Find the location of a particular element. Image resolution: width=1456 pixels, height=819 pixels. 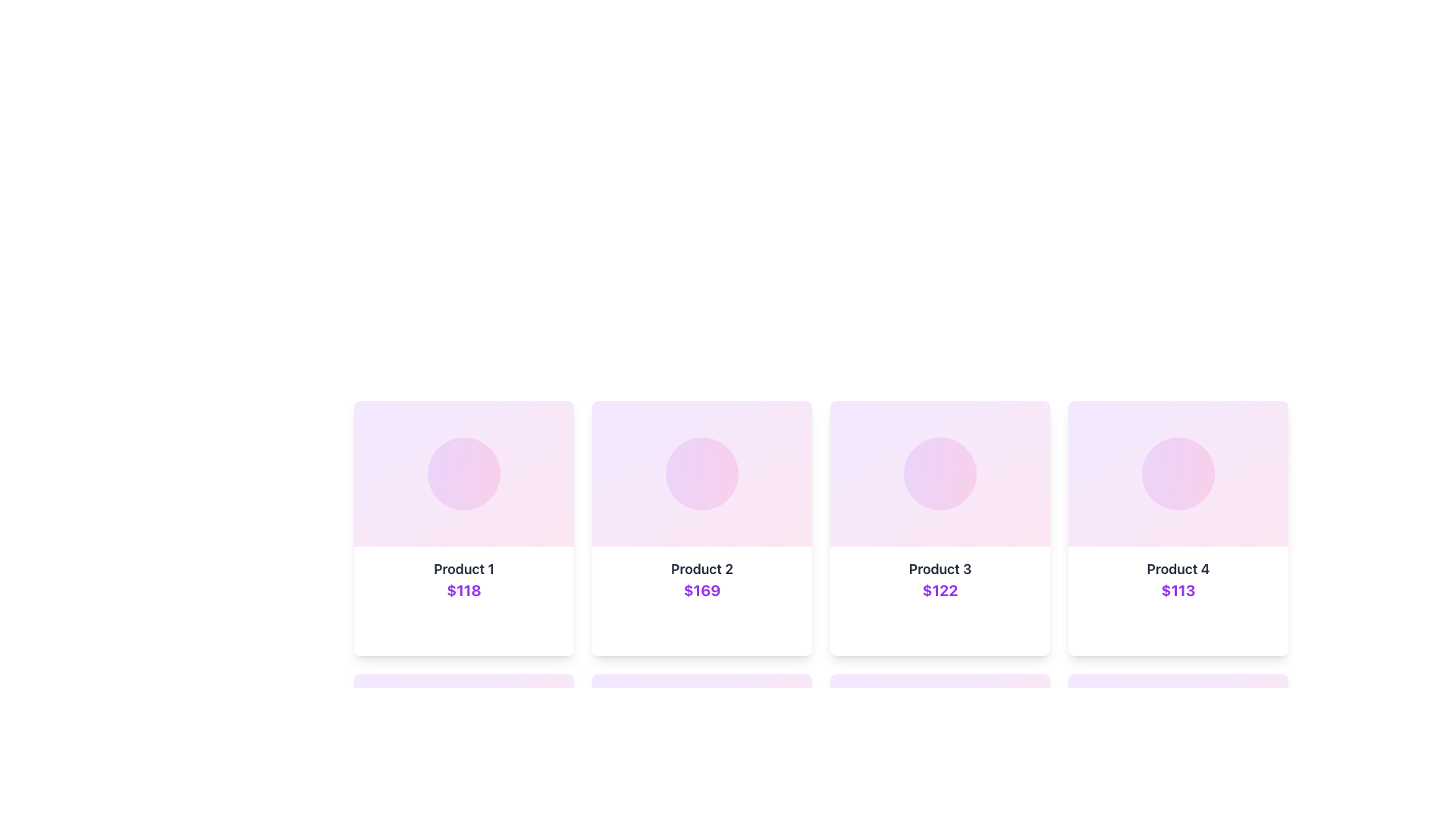

the 'Product 4' card, which is a white rectangular card with a circular gradient decoration at the top is located at coordinates (1178, 528).